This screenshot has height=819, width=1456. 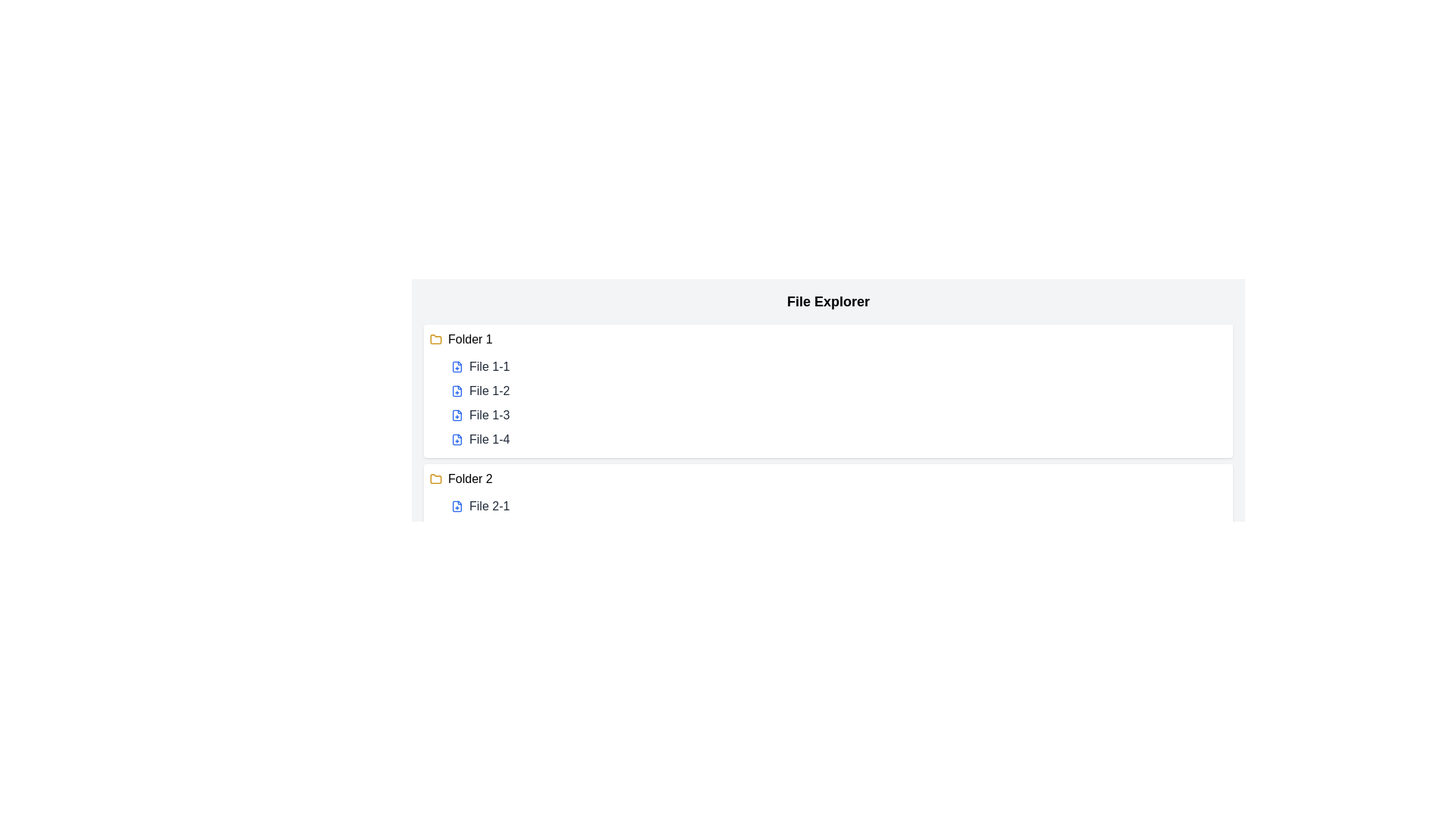 What do you see at coordinates (435, 479) in the screenshot?
I see `the small yellow folder icon with rounded corners at the beginning of the row labeled 'Folder 2'` at bounding box center [435, 479].